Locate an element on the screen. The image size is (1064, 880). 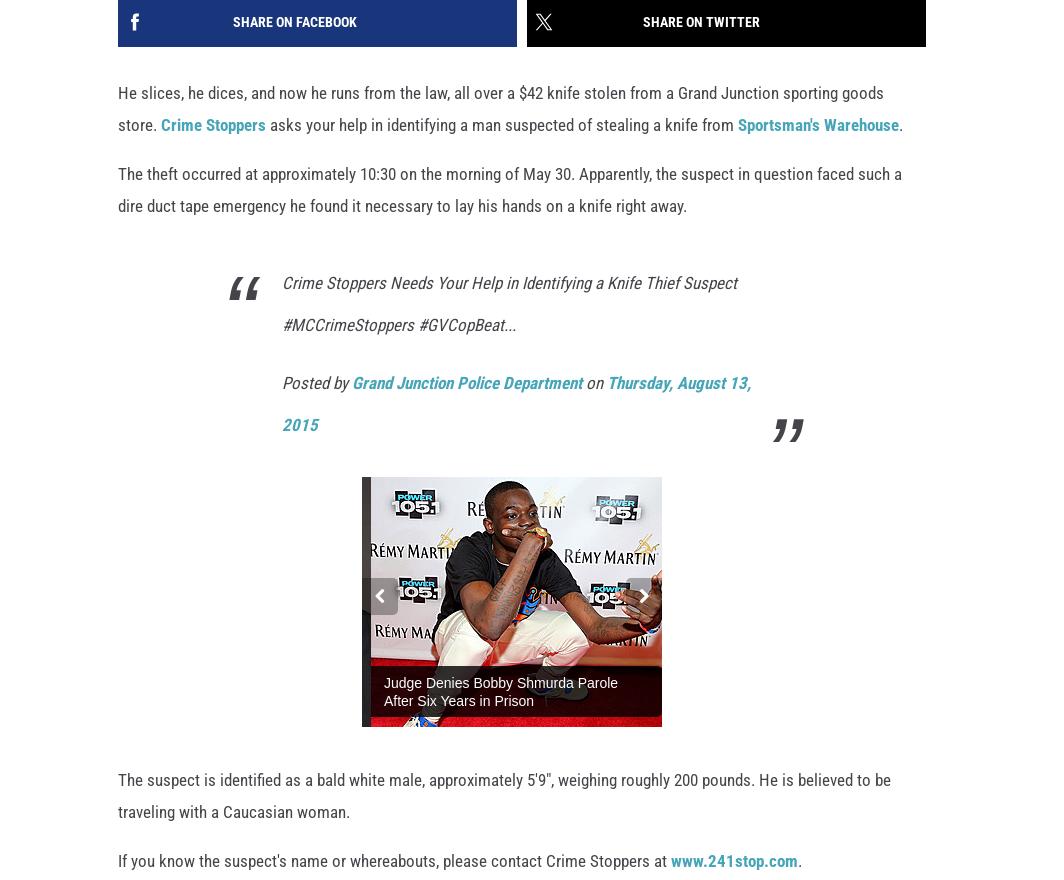
'Posted by' is located at coordinates (316, 383).